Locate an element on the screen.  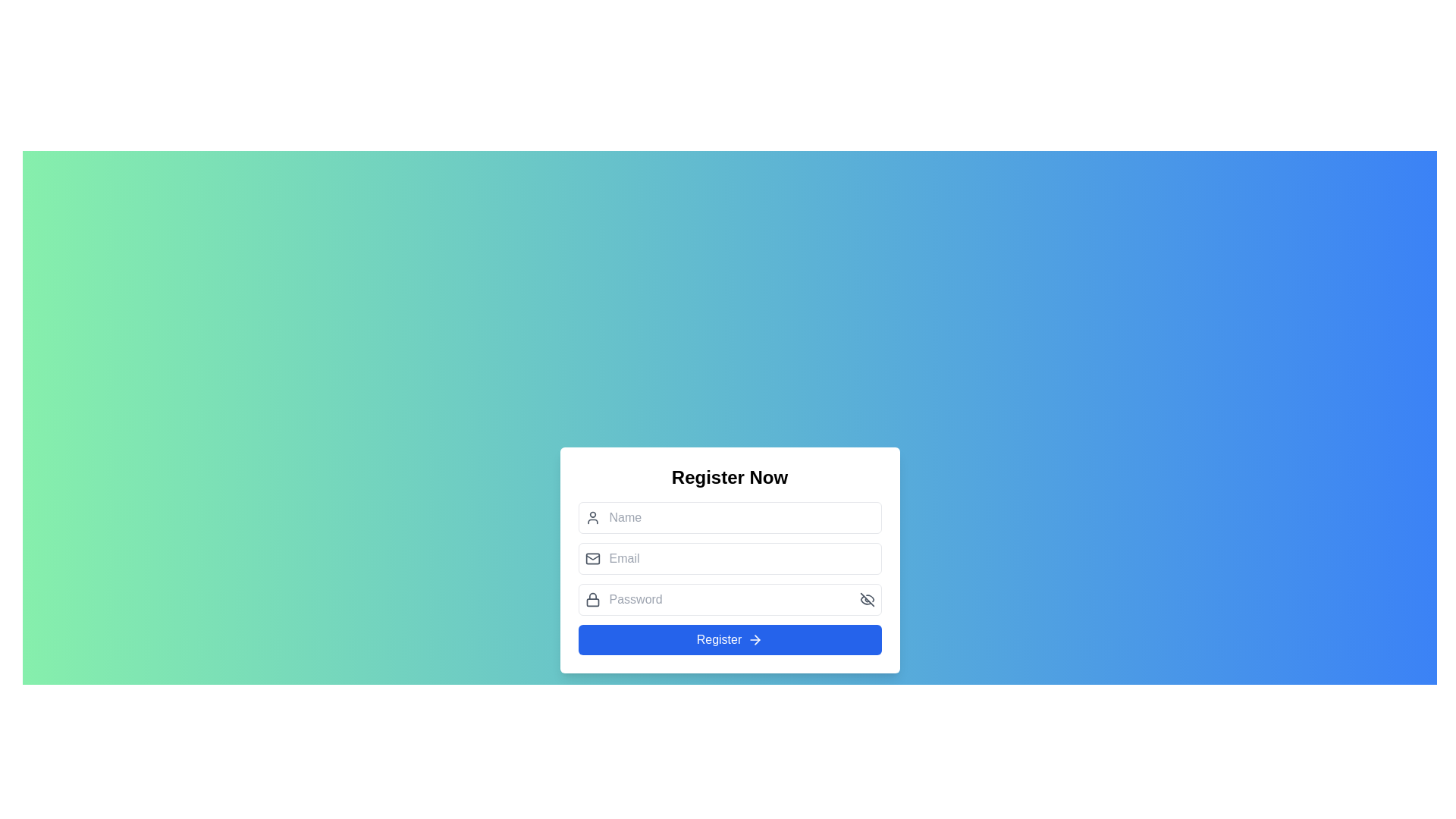
the right-facing arrow icon within the blue 'Register' button is located at coordinates (755, 640).